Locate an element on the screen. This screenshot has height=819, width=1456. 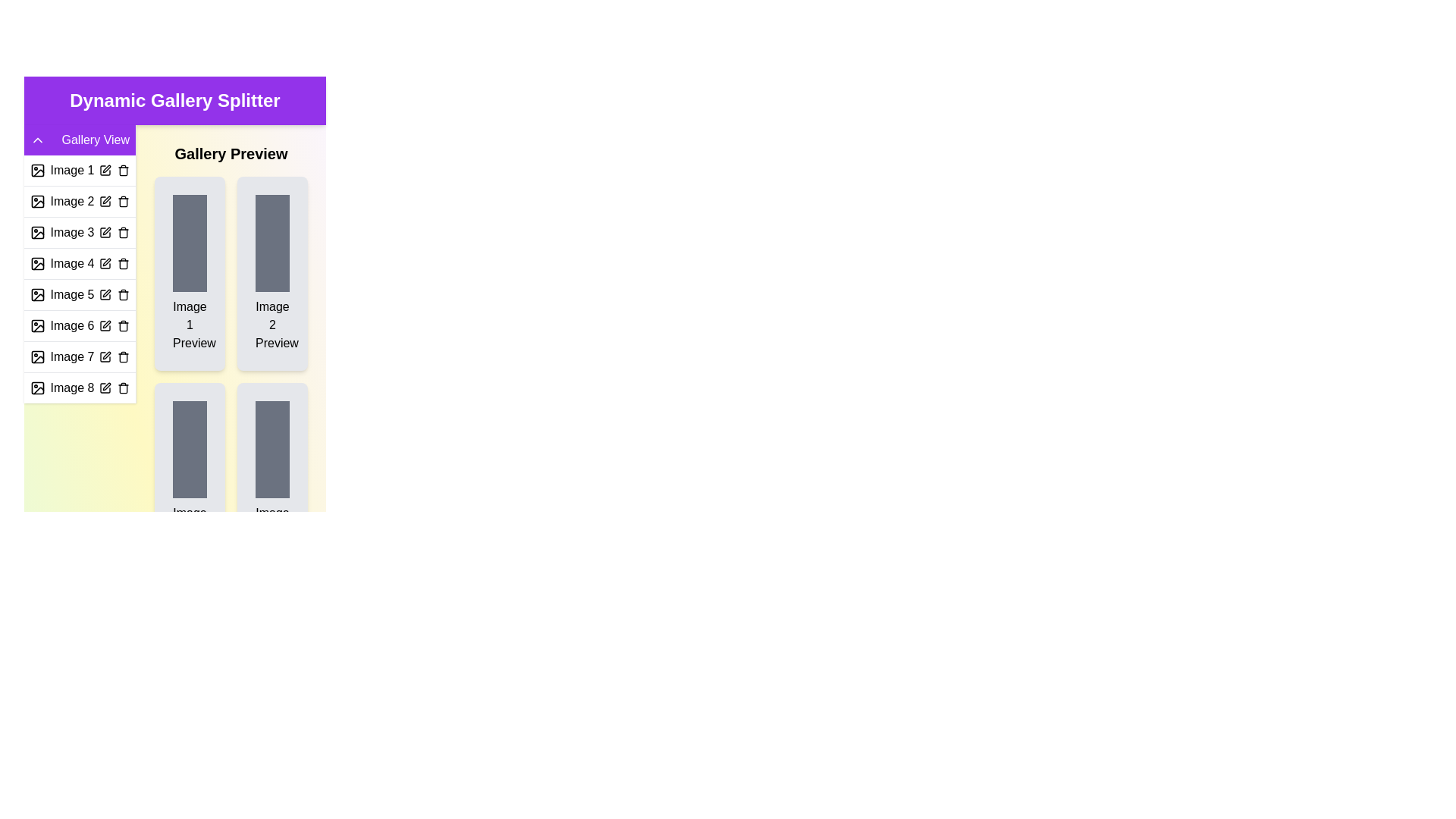
the icon indicator for 'Image 6' in the 'Gallery View' sidebar is located at coordinates (37, 325).